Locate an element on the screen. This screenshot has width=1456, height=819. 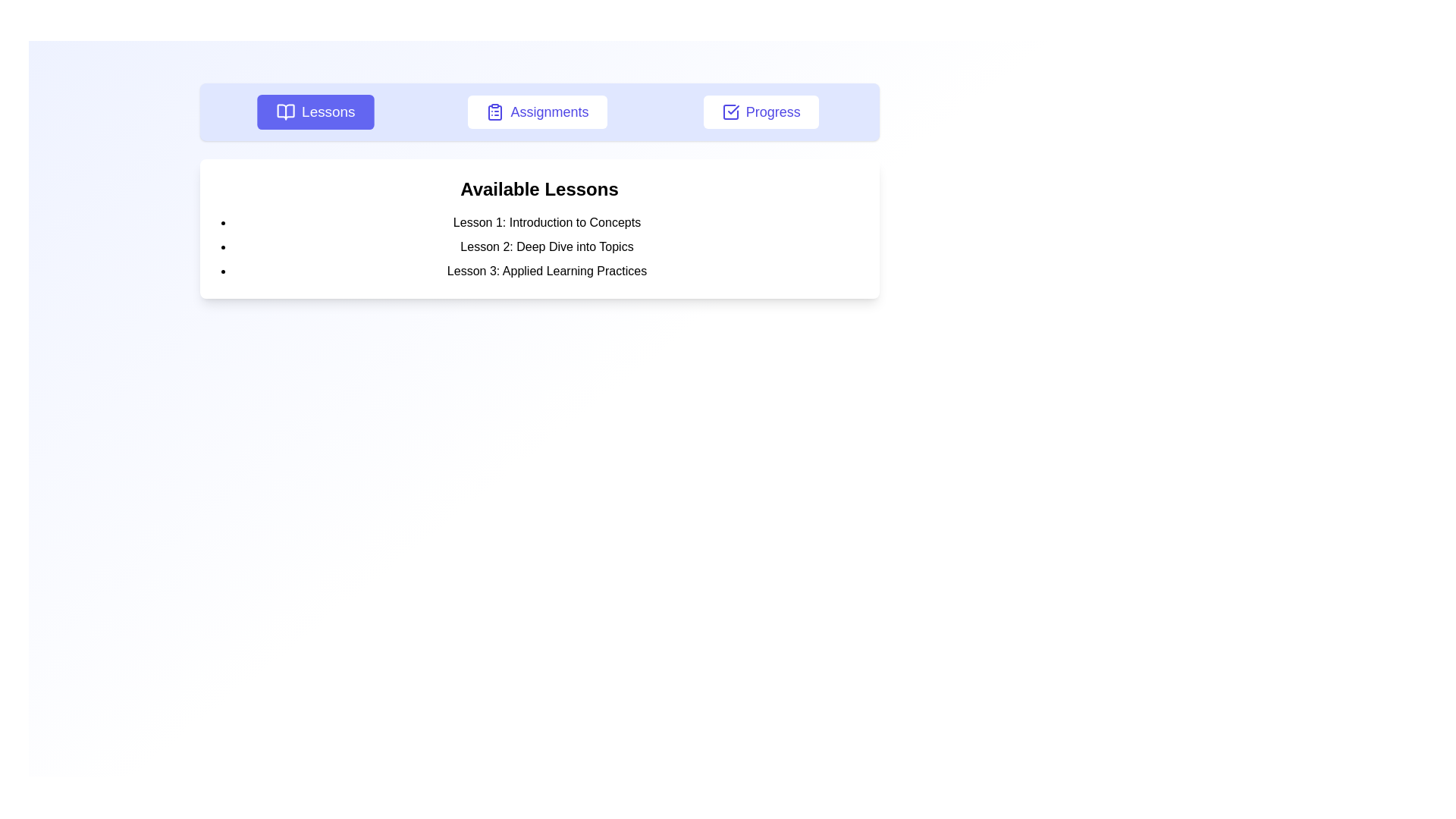
the 'Progress' text label located within the third button of the main navigation bar to observe its hover styles is located at coordinates (773, 111).